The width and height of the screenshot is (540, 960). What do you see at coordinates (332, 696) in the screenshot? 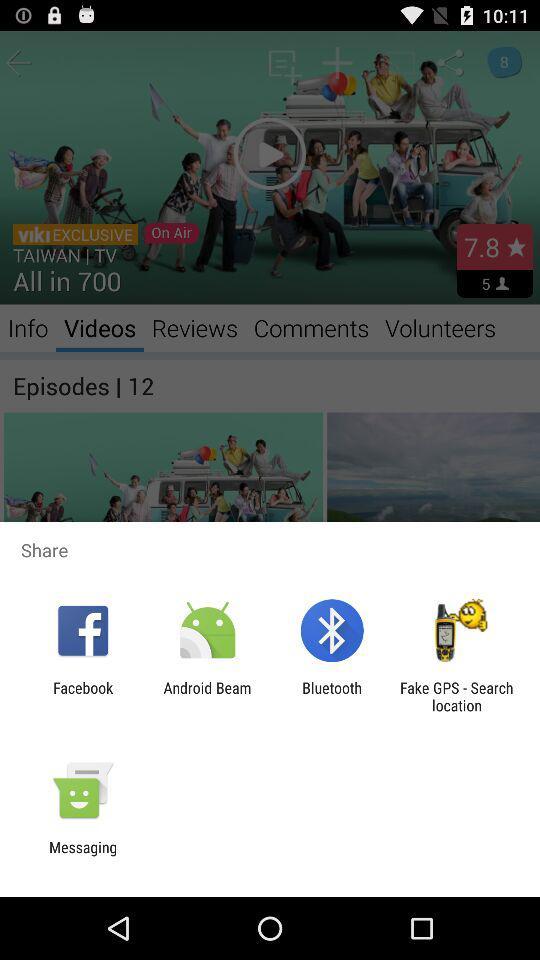
I see `the item to the right of the android beam icon` at bounding box center [332, 696].